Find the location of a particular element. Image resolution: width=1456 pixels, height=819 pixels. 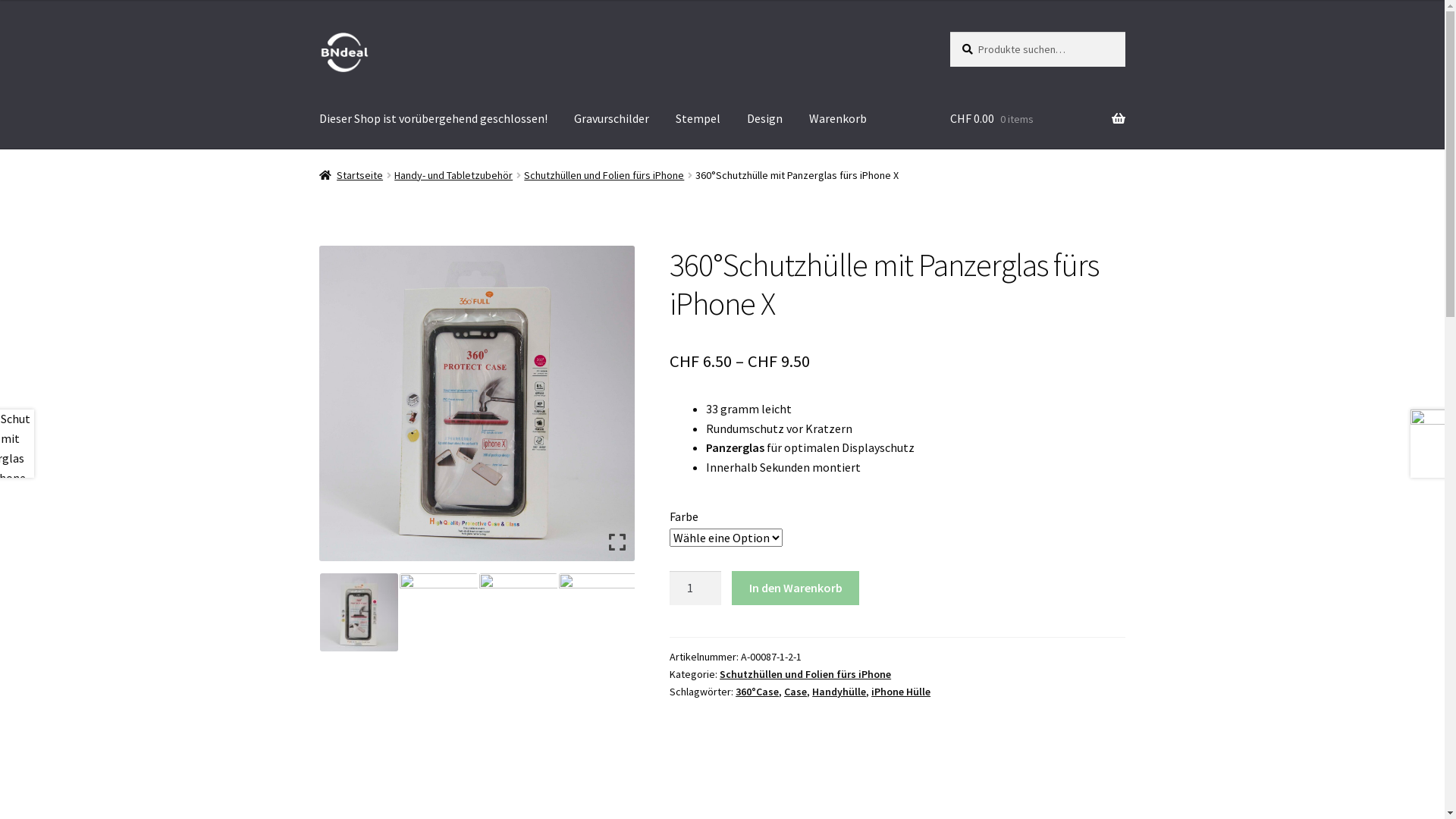

'CHF 0.00 0 items' is located at coordinates (949, 118).